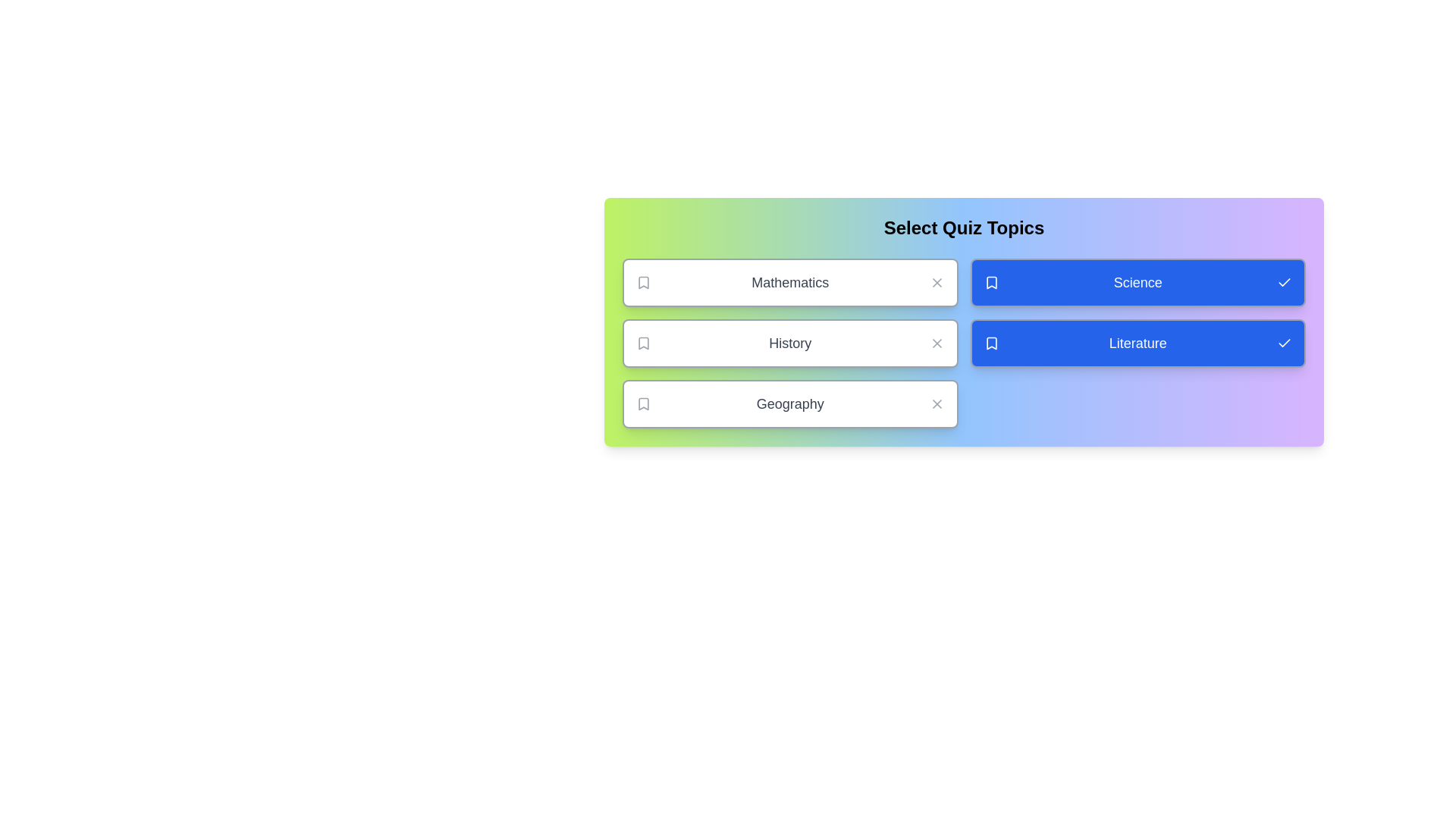 The height and width of the screenshot is (819, 1456). What do you see at coordinates (789, 403) in the screenshot?
I see `the topic Geography by clicking on its card` at bounding box center [789, 403].